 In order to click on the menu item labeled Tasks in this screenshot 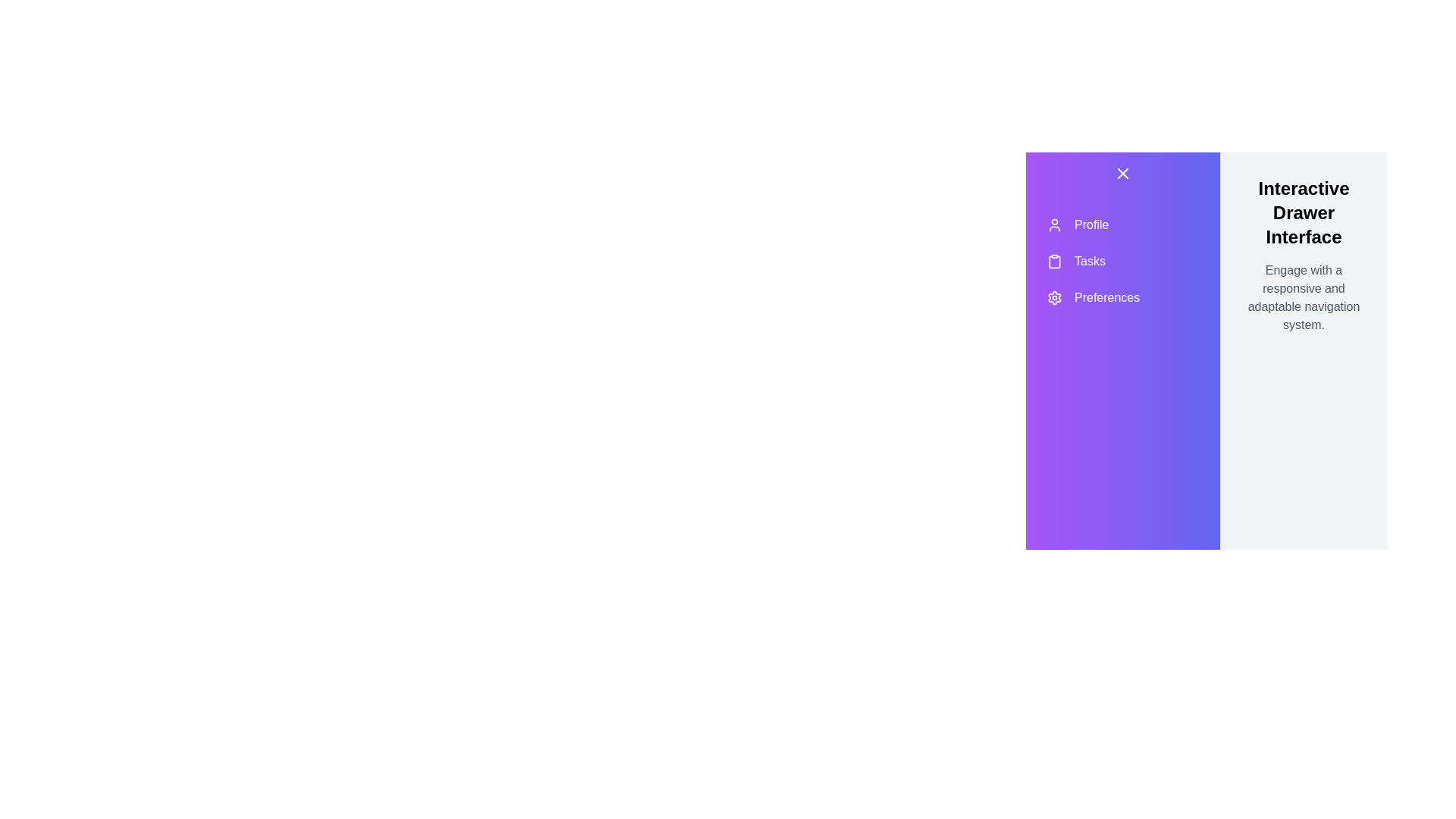, I will do `click(1123, 260)`.